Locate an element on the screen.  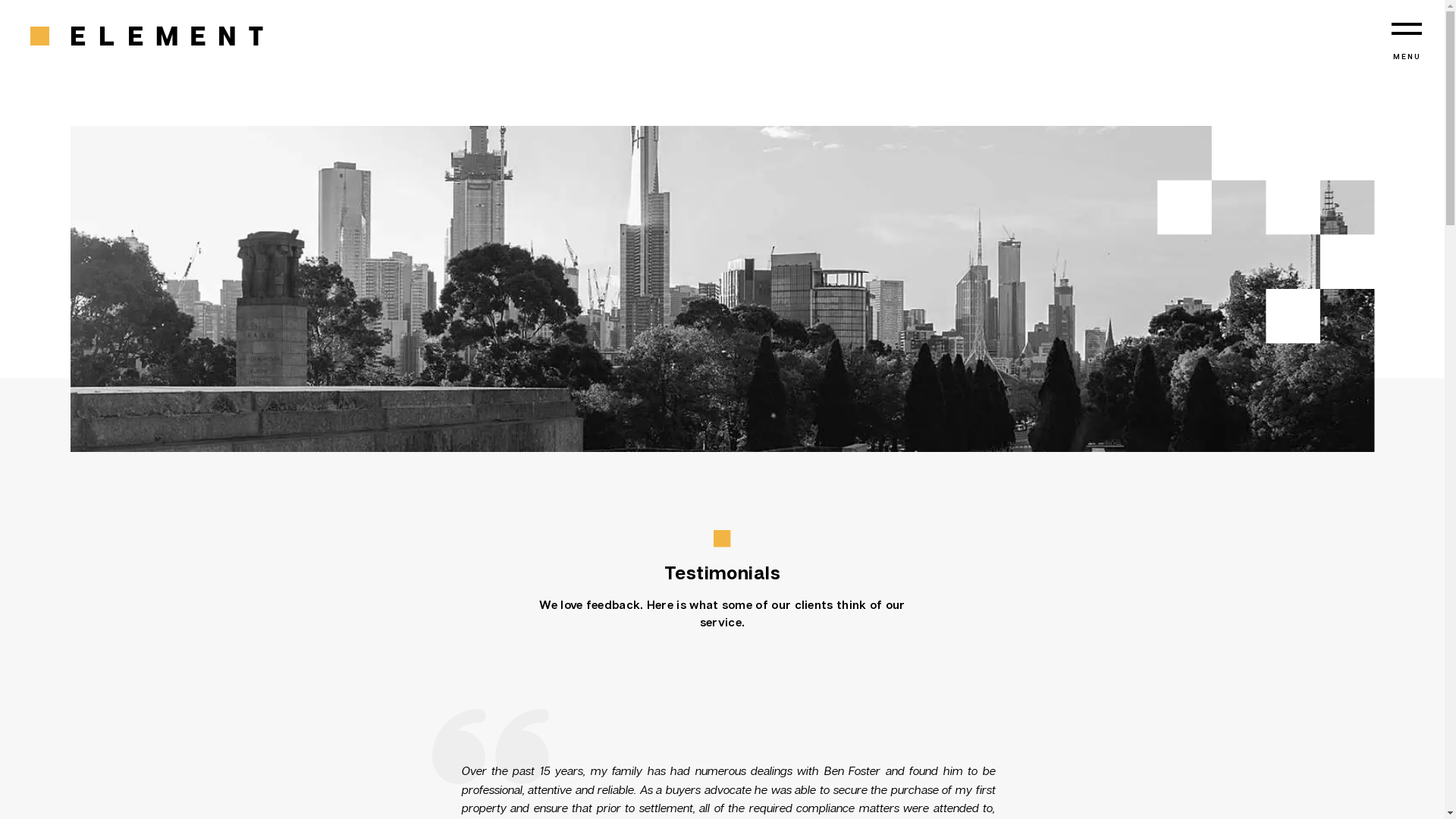
'MENU' is located at coordinates (1391, 40).